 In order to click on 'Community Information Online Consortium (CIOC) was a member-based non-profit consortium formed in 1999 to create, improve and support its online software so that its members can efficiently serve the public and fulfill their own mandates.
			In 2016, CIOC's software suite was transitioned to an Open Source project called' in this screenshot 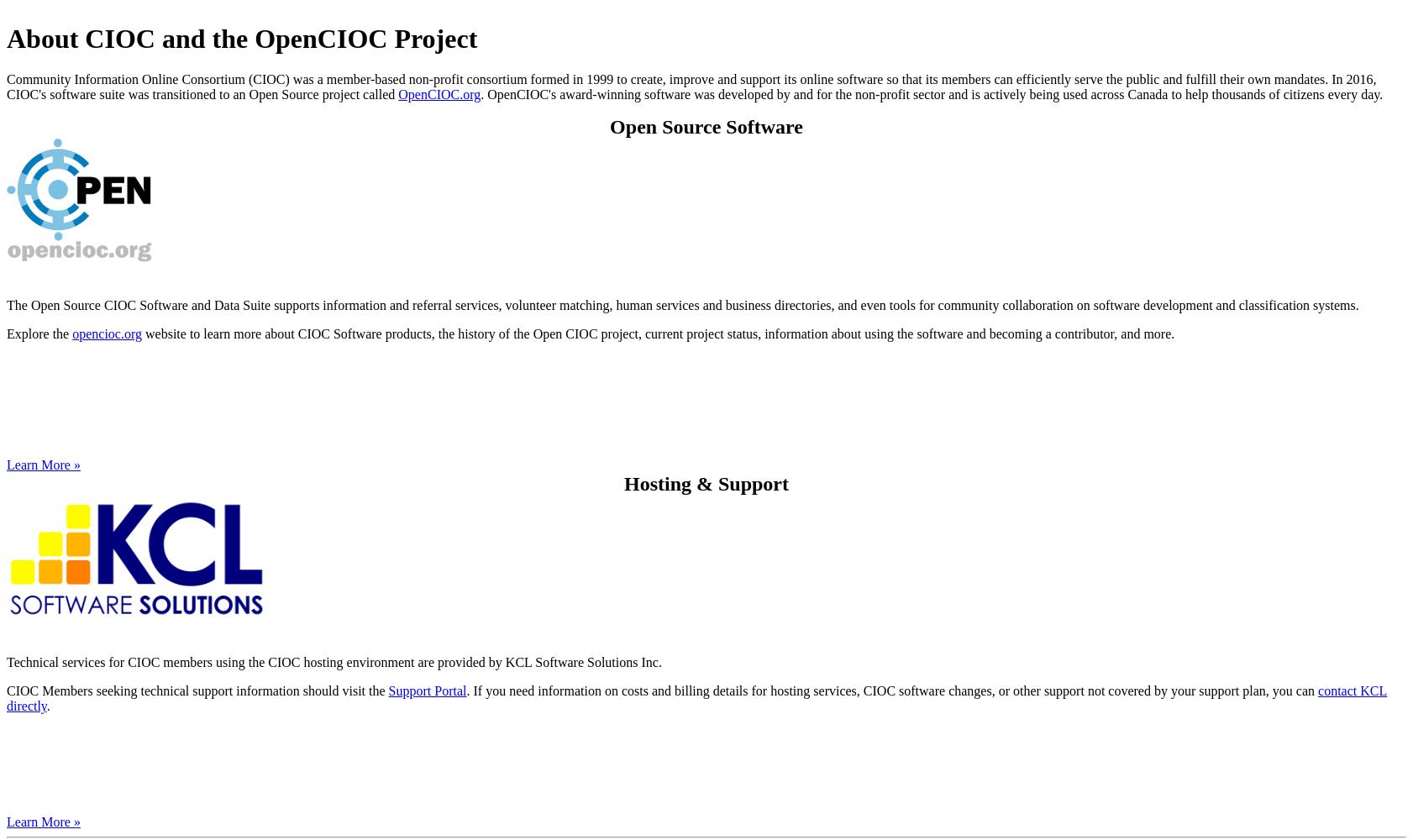, I will do `click(691, 86)`.